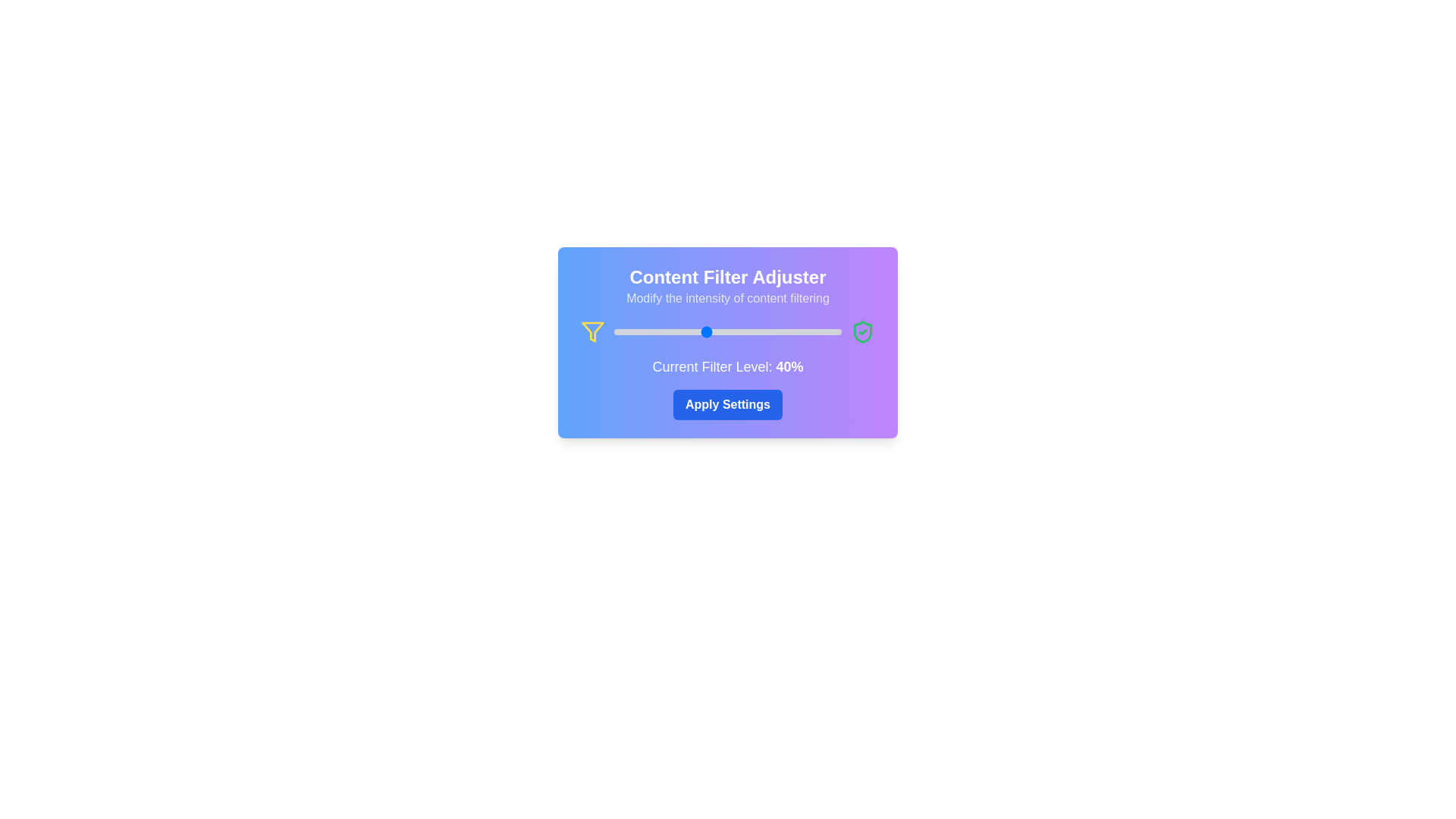  I want to click on the content filter level to 62% by dragging the slider, so click(755, 331).